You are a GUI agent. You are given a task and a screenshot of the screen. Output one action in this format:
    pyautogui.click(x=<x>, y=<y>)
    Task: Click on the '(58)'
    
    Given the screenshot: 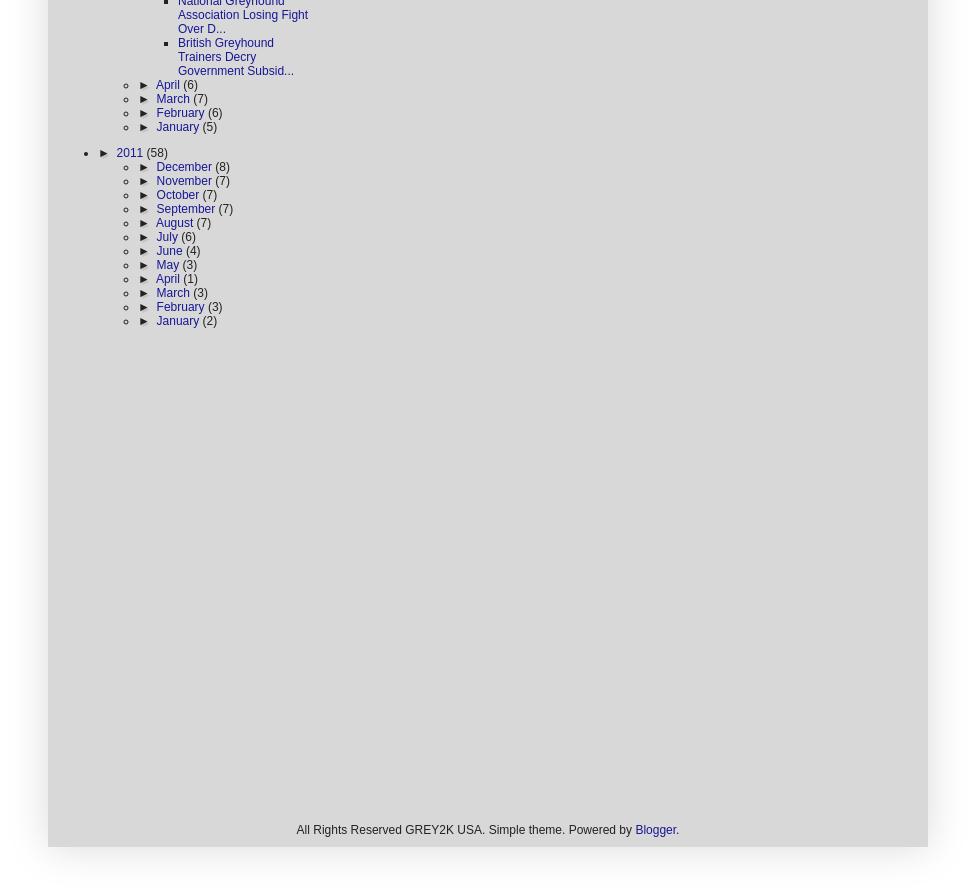 What is the action you would take?
    pyautogui.click(x=144, y=152)
    